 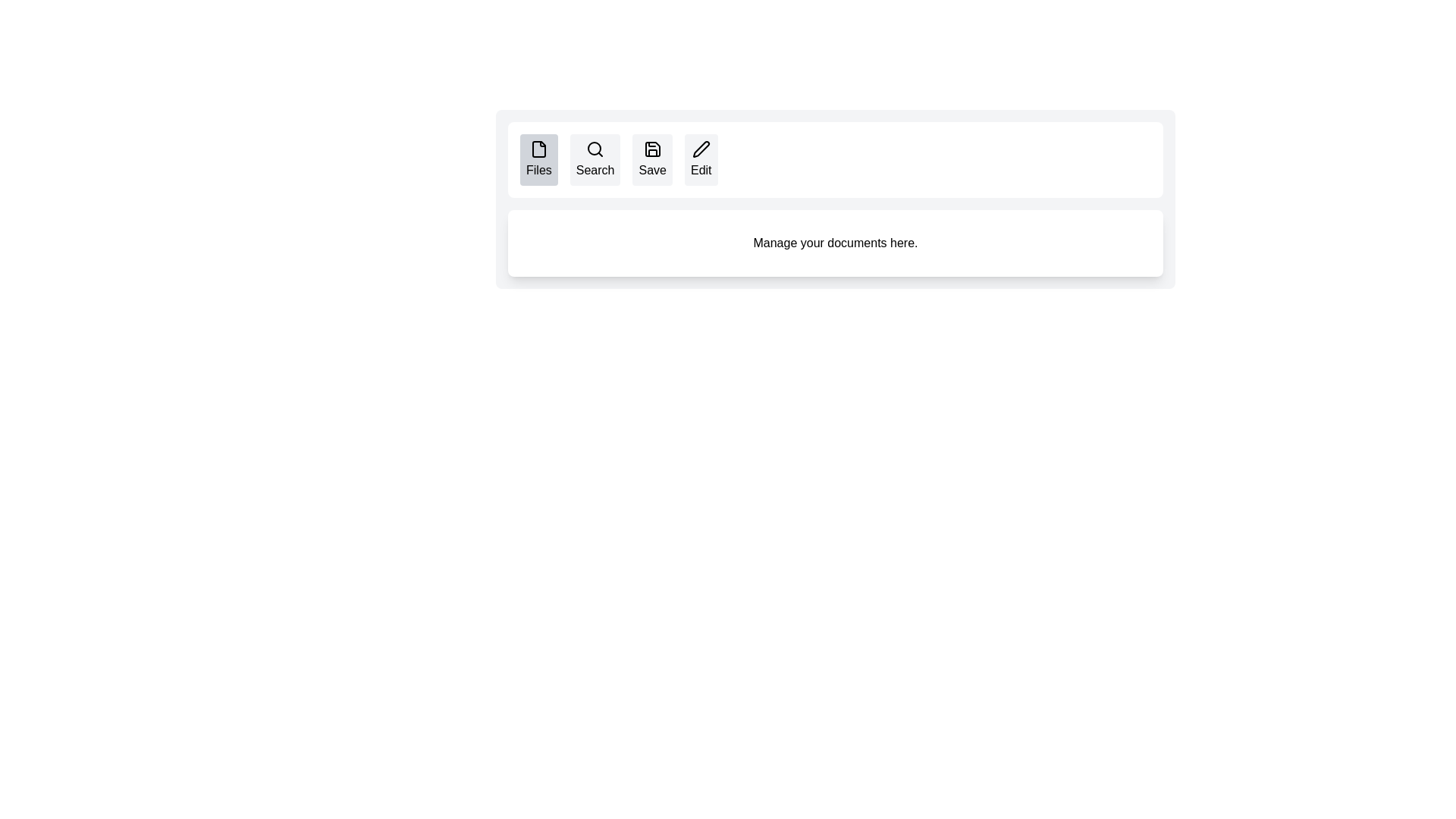 I want to click on the button labeled Files to observe its hover effect, so click(x=538, y=160).